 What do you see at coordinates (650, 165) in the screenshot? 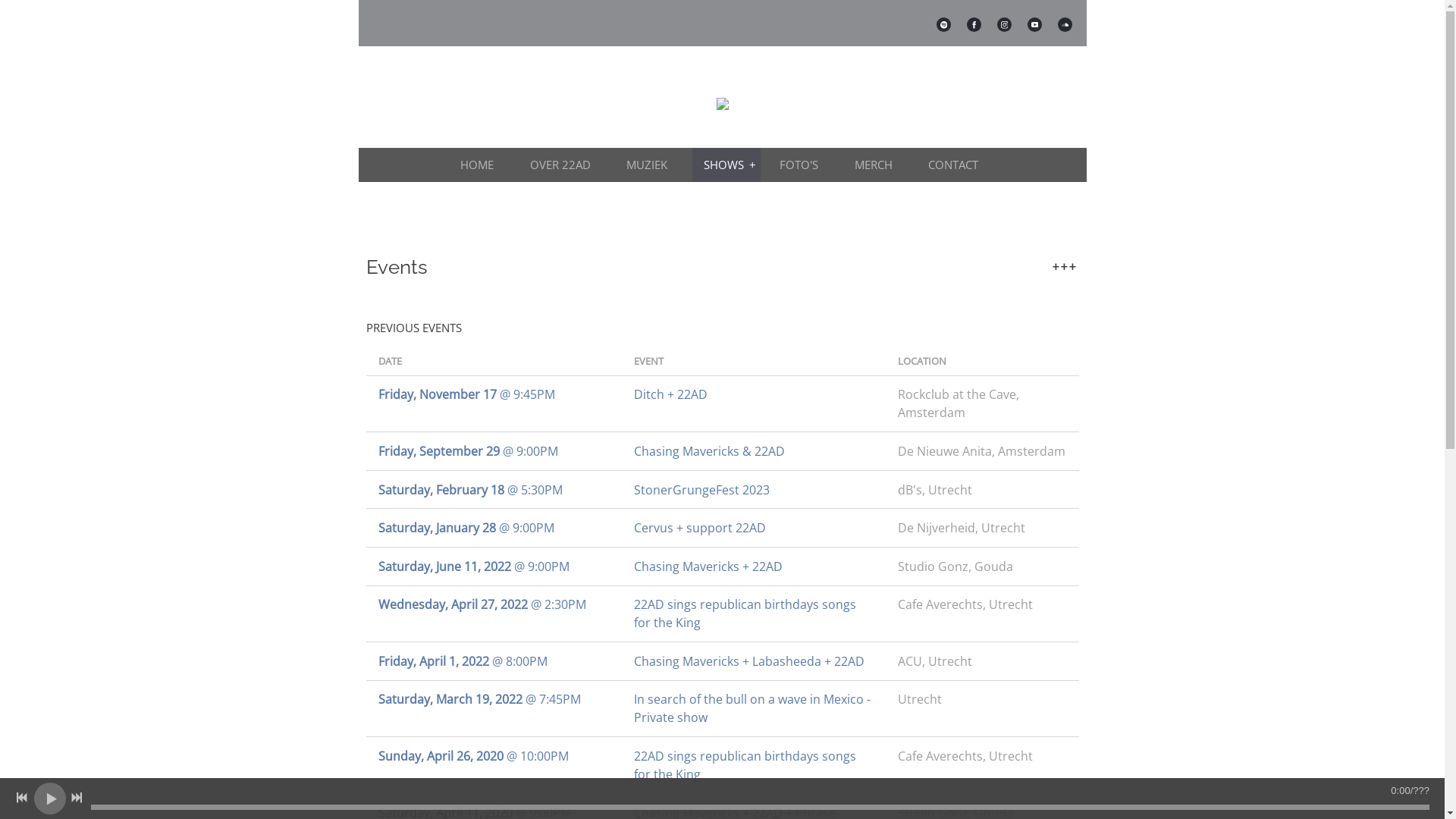
I see `'MUZIEK'` at bounding box center [650, 165].